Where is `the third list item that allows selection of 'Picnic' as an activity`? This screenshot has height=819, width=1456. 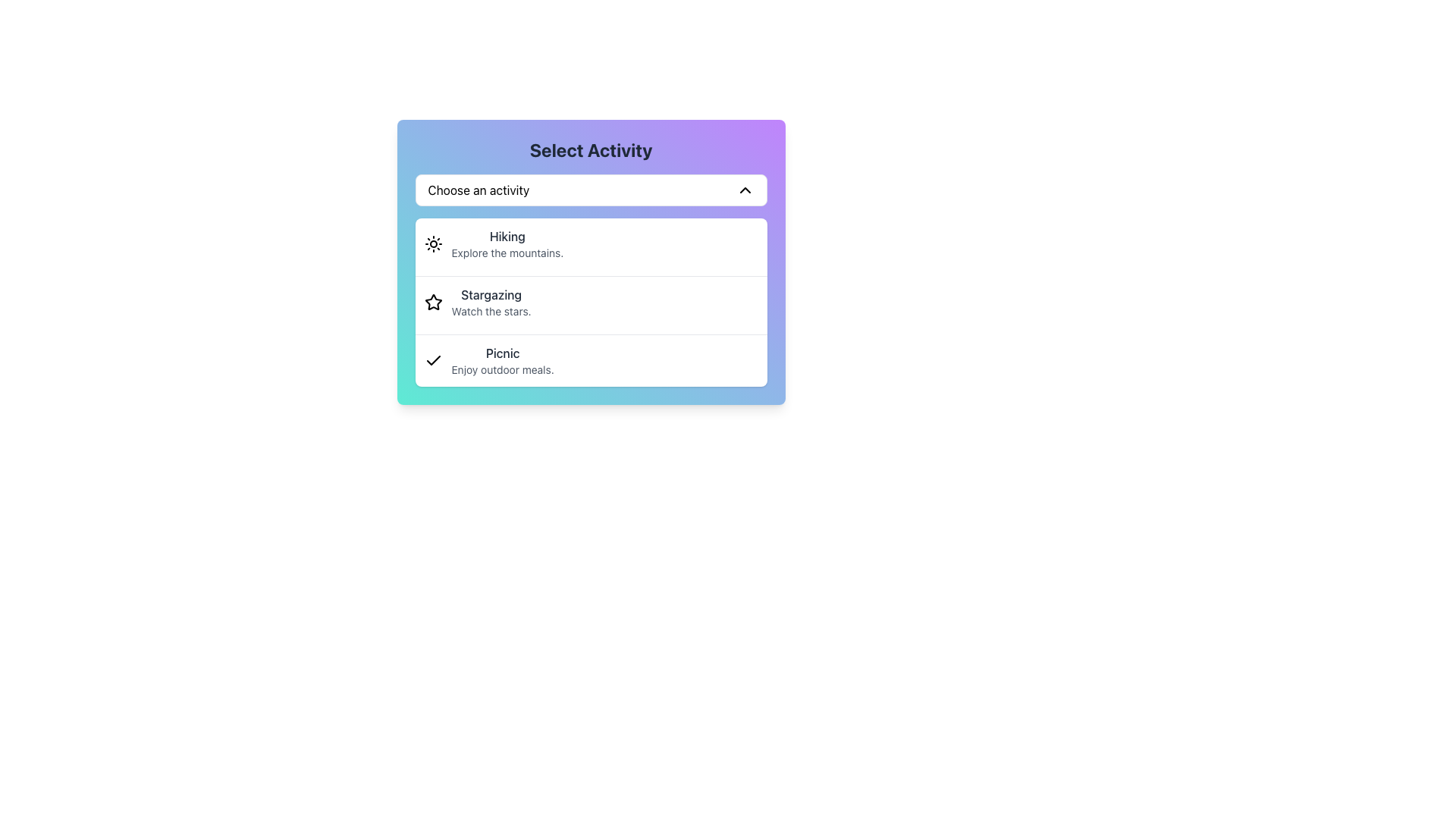 the third list item that allows selection of 'Picnic' as an activity is located at coordinates (503, 360).